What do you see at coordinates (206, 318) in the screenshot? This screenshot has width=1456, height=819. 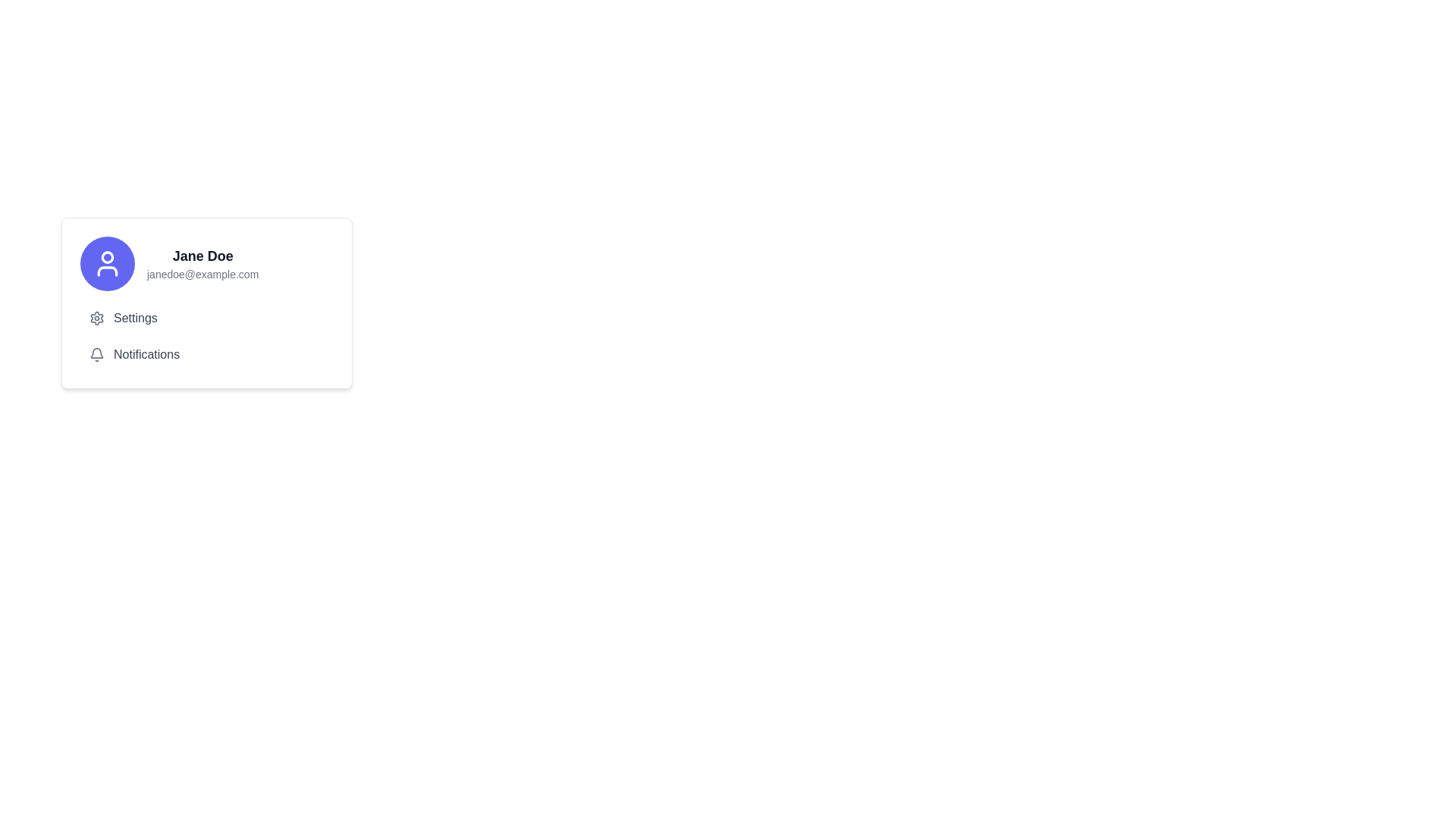 I see `the 'Settings' button, which has a light gray background and rounded corners` at bounding box center [206, 318].